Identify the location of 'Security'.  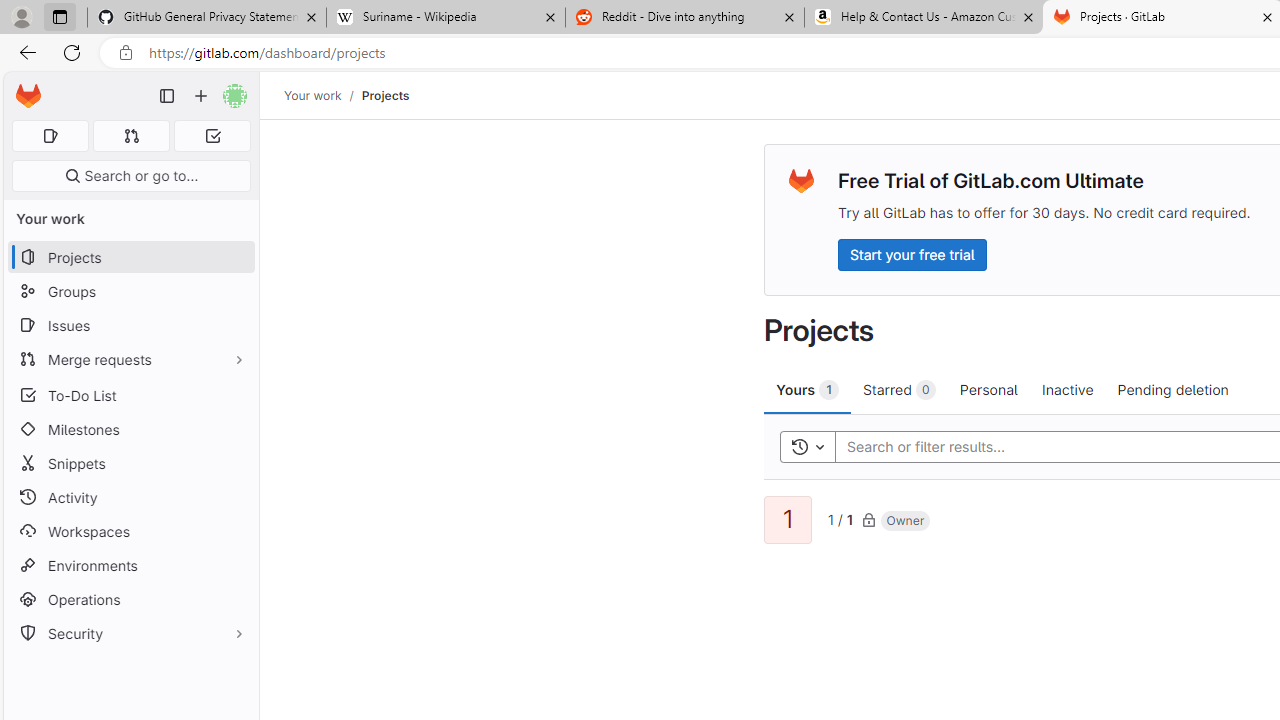
(130, 633).